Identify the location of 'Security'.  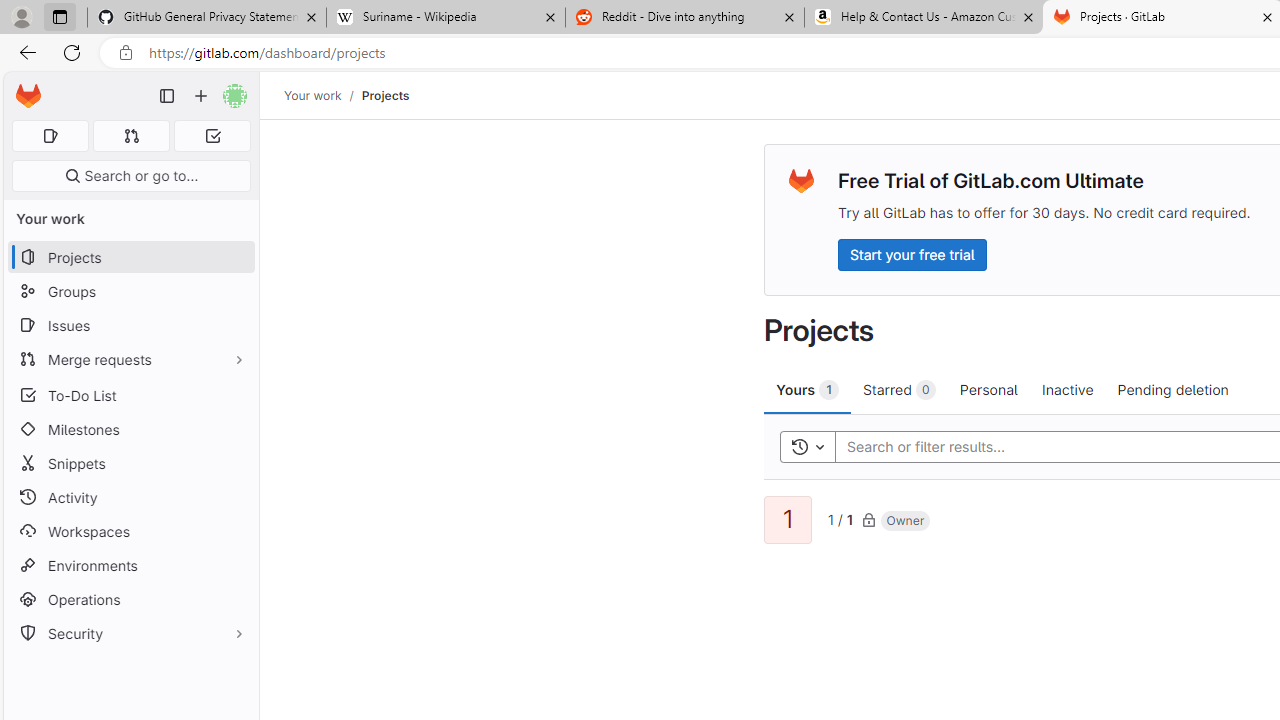
(130, 633).